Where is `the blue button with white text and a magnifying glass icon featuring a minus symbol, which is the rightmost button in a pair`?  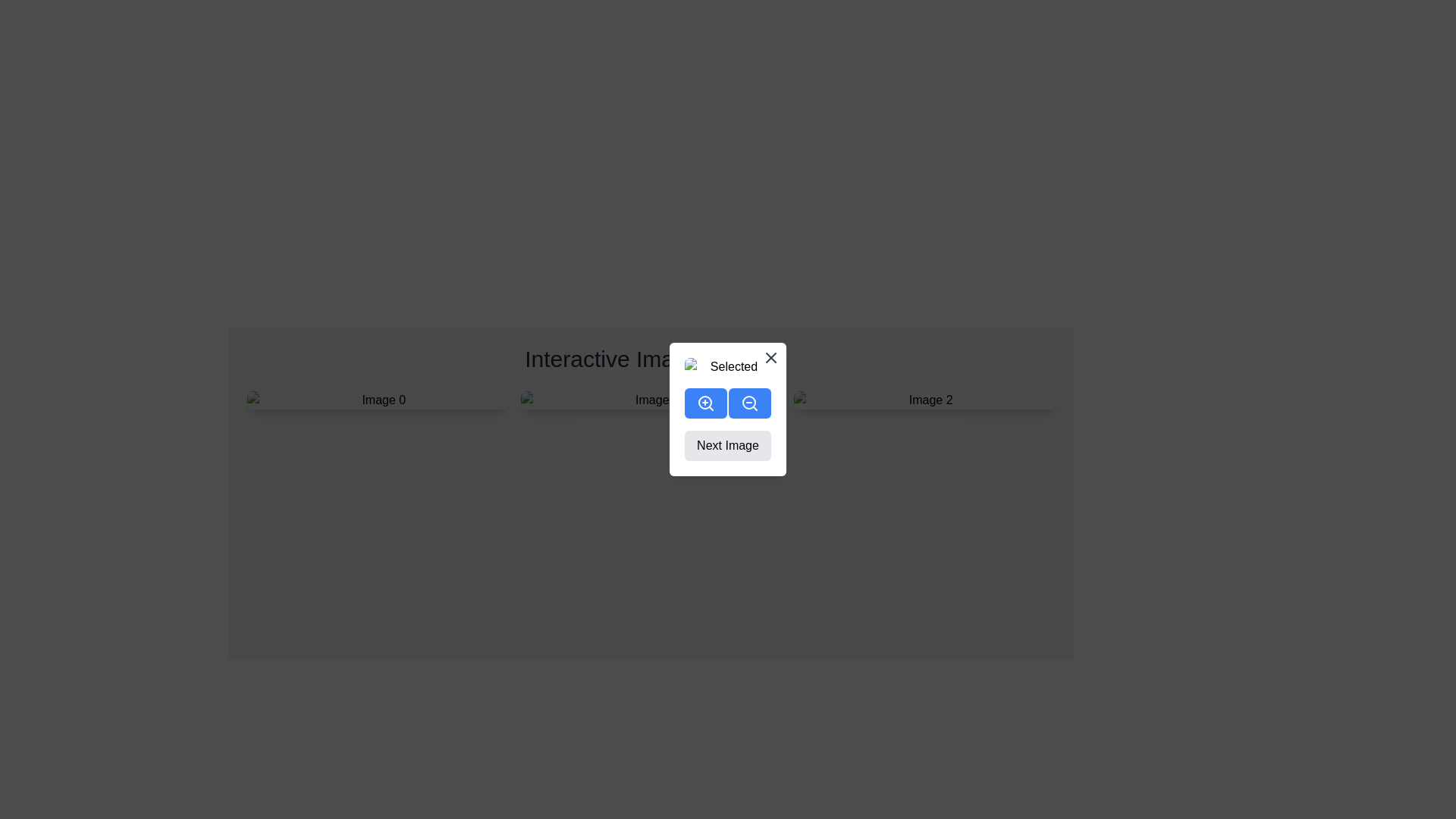 the blue button with white text and a magnifying glass icon featuring a minus symbol, which is the rightmost button in a pair is located at coordinates (749, 403).